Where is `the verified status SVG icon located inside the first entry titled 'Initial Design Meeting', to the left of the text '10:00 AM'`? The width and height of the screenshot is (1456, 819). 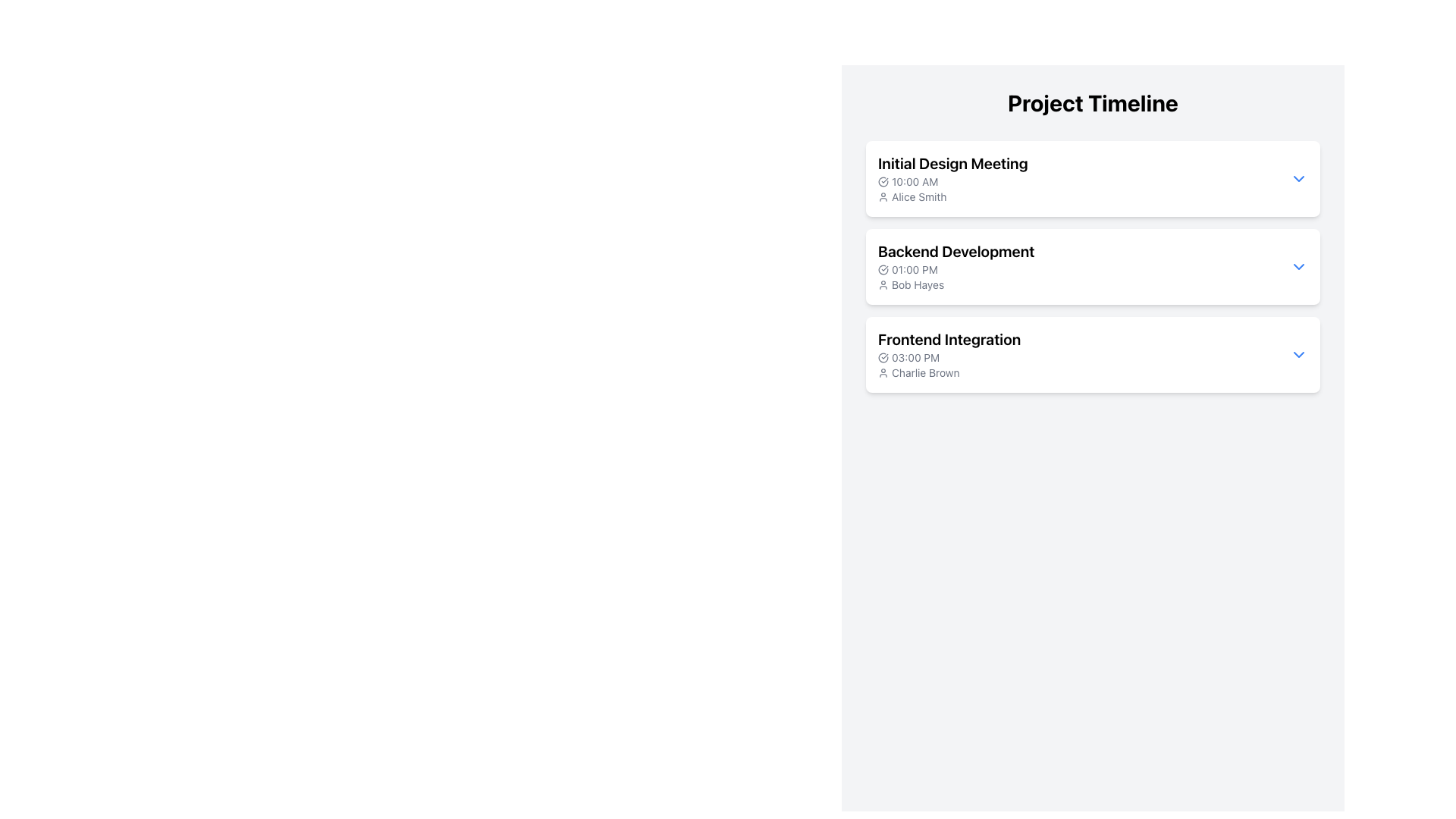 the verified status SVG icon located inside the first entry titled 'Initial Design Meeting', to the left of the text '10:00 AM' is located at coordinates (883, 180).